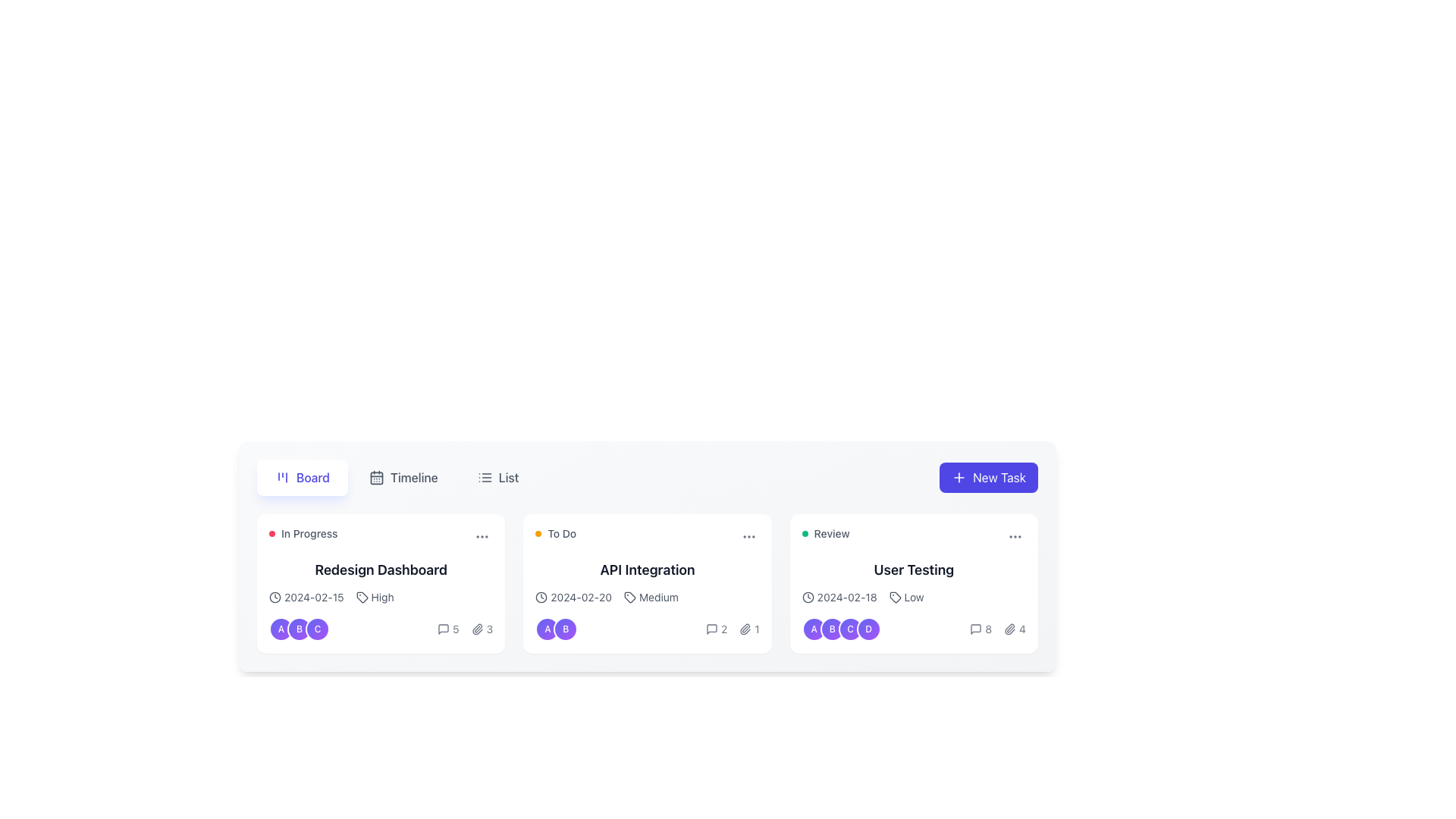 The image size is (1456, 819). What do you see at coordinates (1015, 629) in the screenshot?
I see `the attachment icon and label displaying the number of attachments associated with the 'User Testing' task` at bounding box center [1015, 629].